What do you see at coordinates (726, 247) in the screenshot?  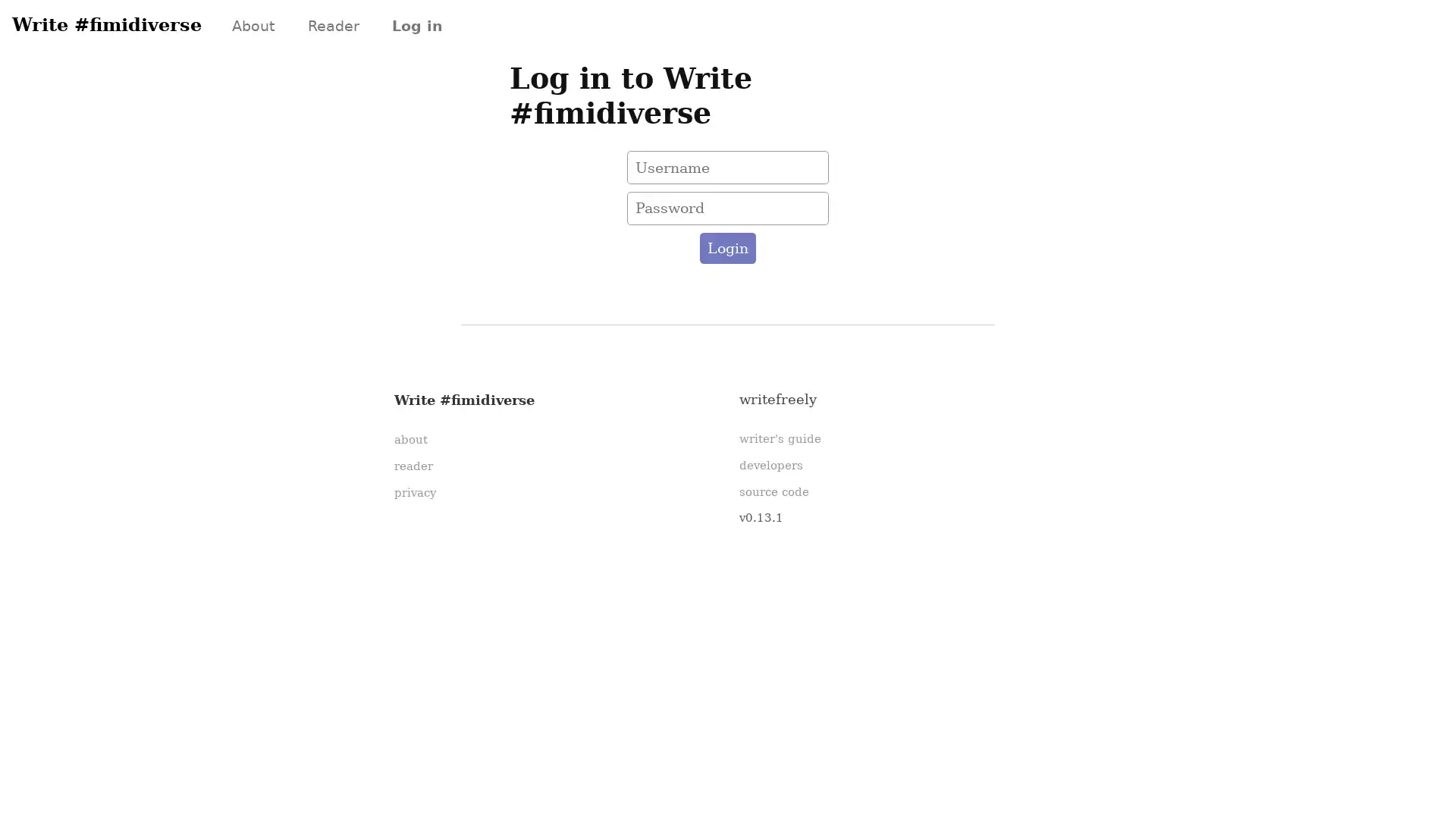 I see `Login` at bounding box center [726, 247].